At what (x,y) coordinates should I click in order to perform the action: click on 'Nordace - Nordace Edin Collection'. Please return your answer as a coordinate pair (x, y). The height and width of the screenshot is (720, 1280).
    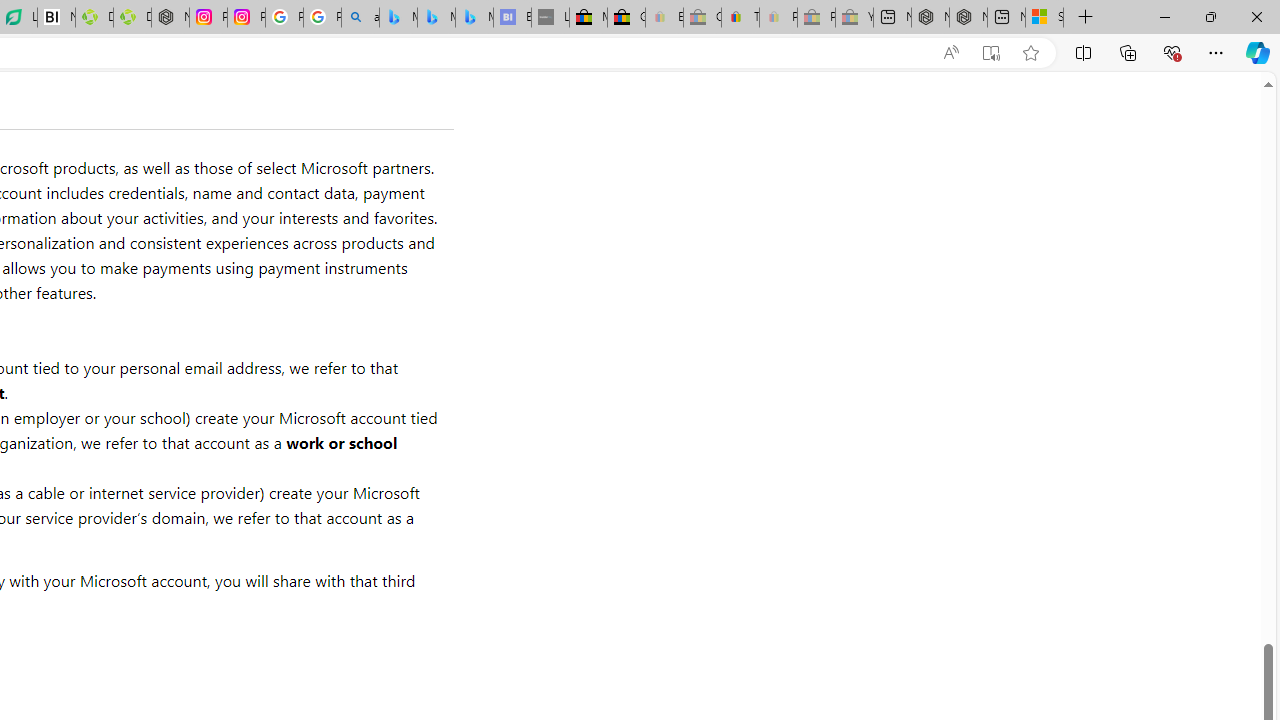
    Looking at the image, I should click on (170, 17).